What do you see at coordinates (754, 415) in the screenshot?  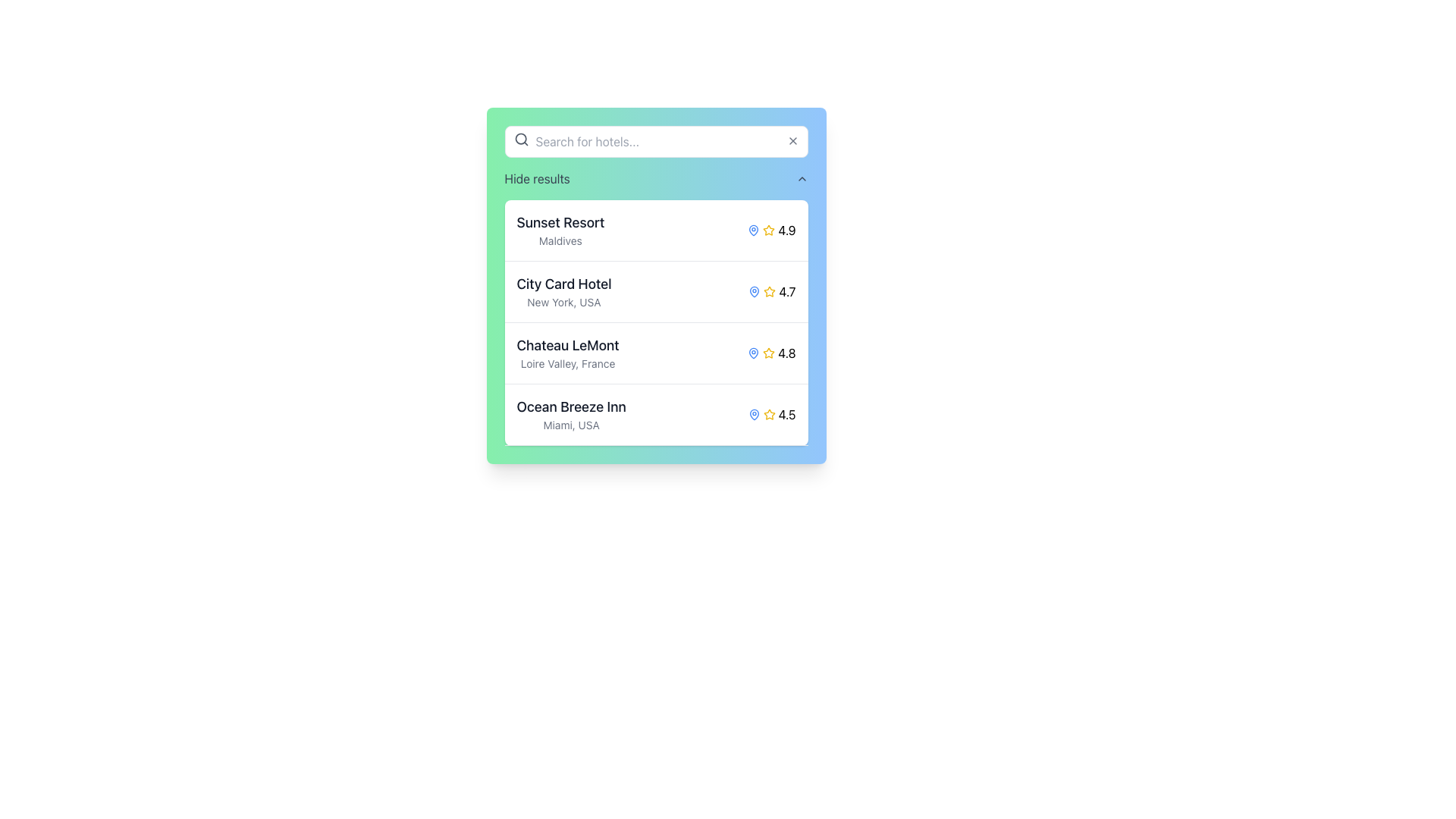 I see `the blue map pin icon located in the 'Ocean Breeze Inn' row, which is positioned to the left of the star rating icon and the text '4.5'` at bounding box center [754, 415].